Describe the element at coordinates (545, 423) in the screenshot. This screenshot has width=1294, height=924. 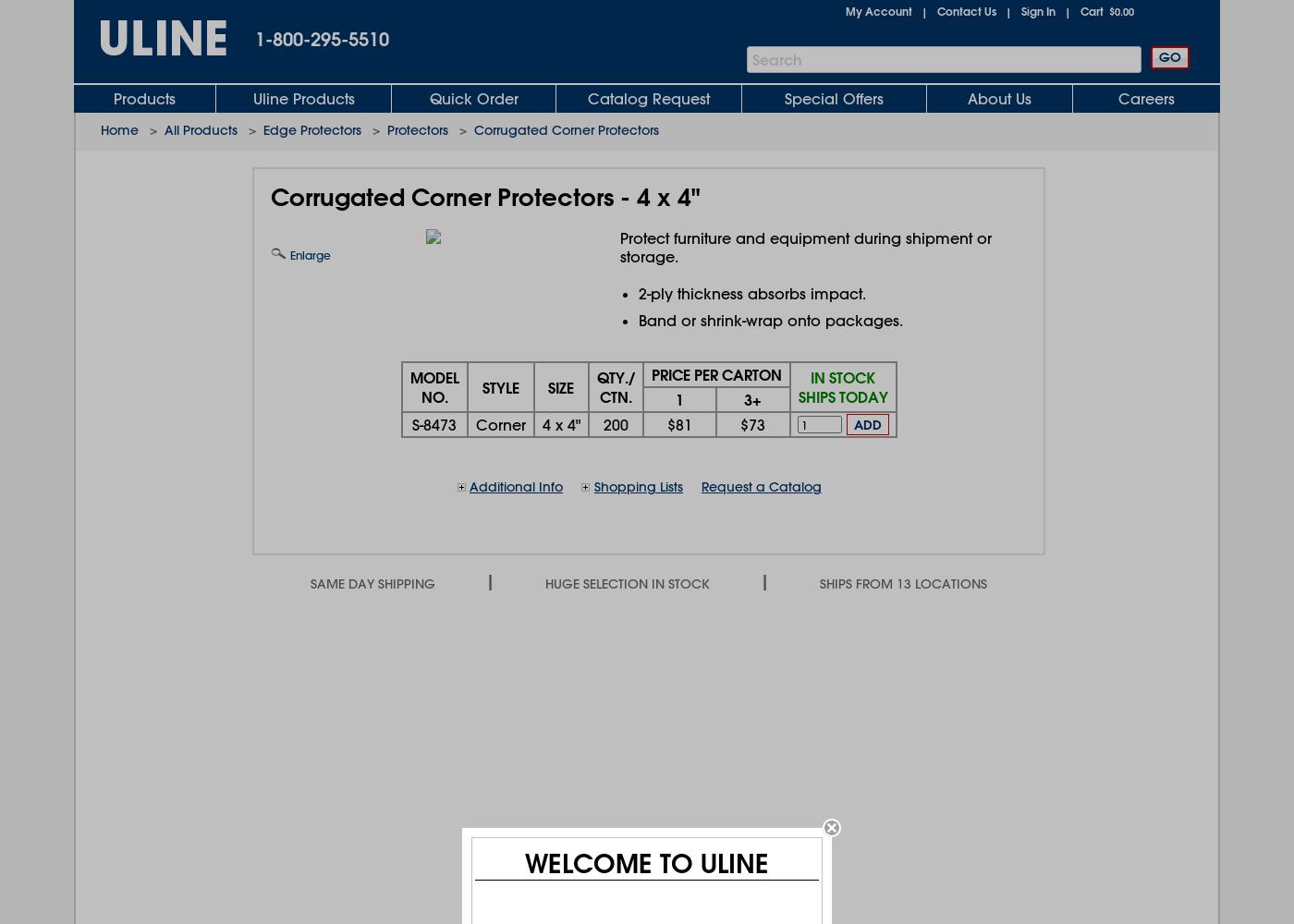
I see `'4'` at that location.